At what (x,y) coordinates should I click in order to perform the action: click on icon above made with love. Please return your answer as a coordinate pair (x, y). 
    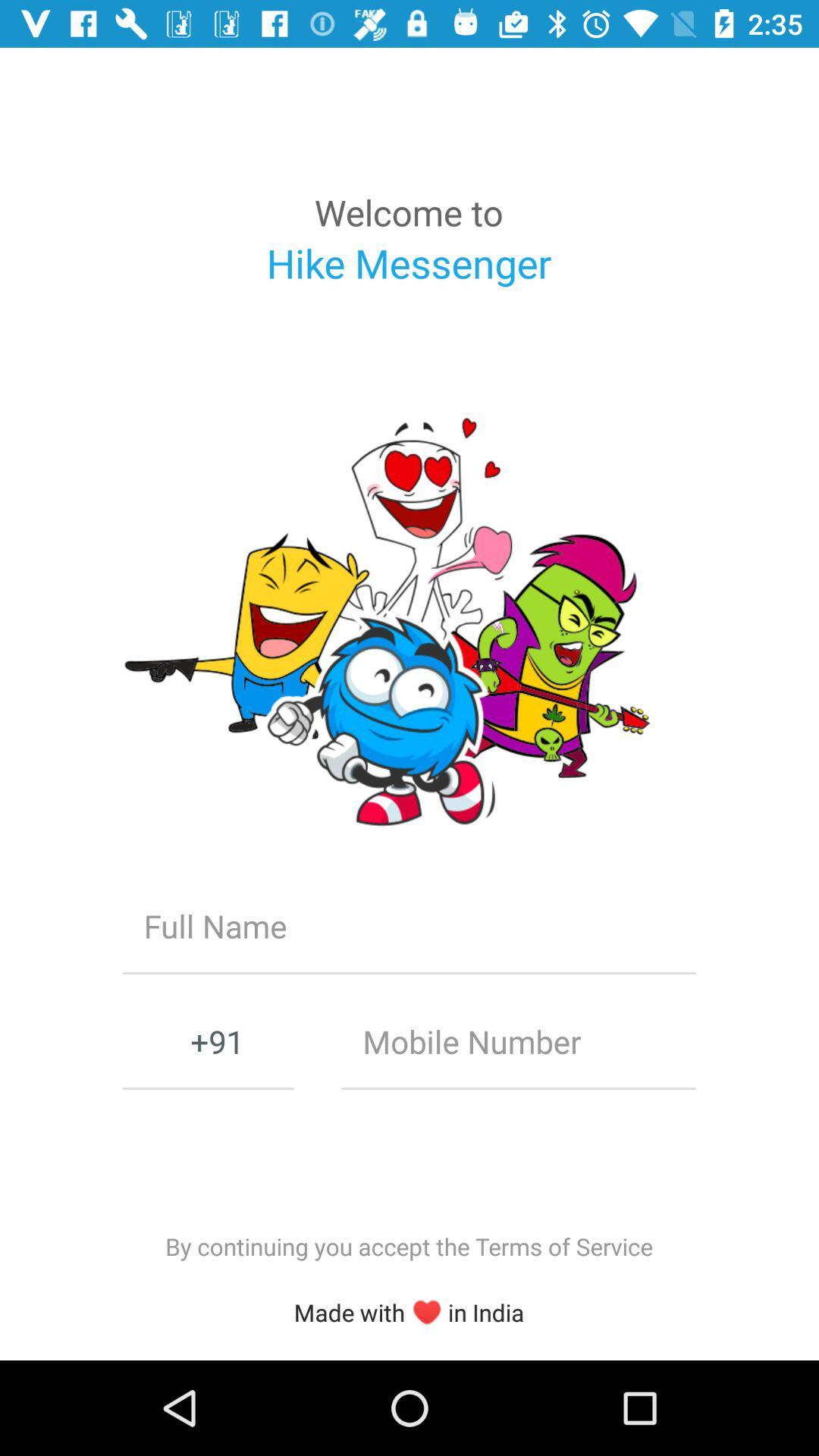
    Looking at the image, I should click on (408, 1246).